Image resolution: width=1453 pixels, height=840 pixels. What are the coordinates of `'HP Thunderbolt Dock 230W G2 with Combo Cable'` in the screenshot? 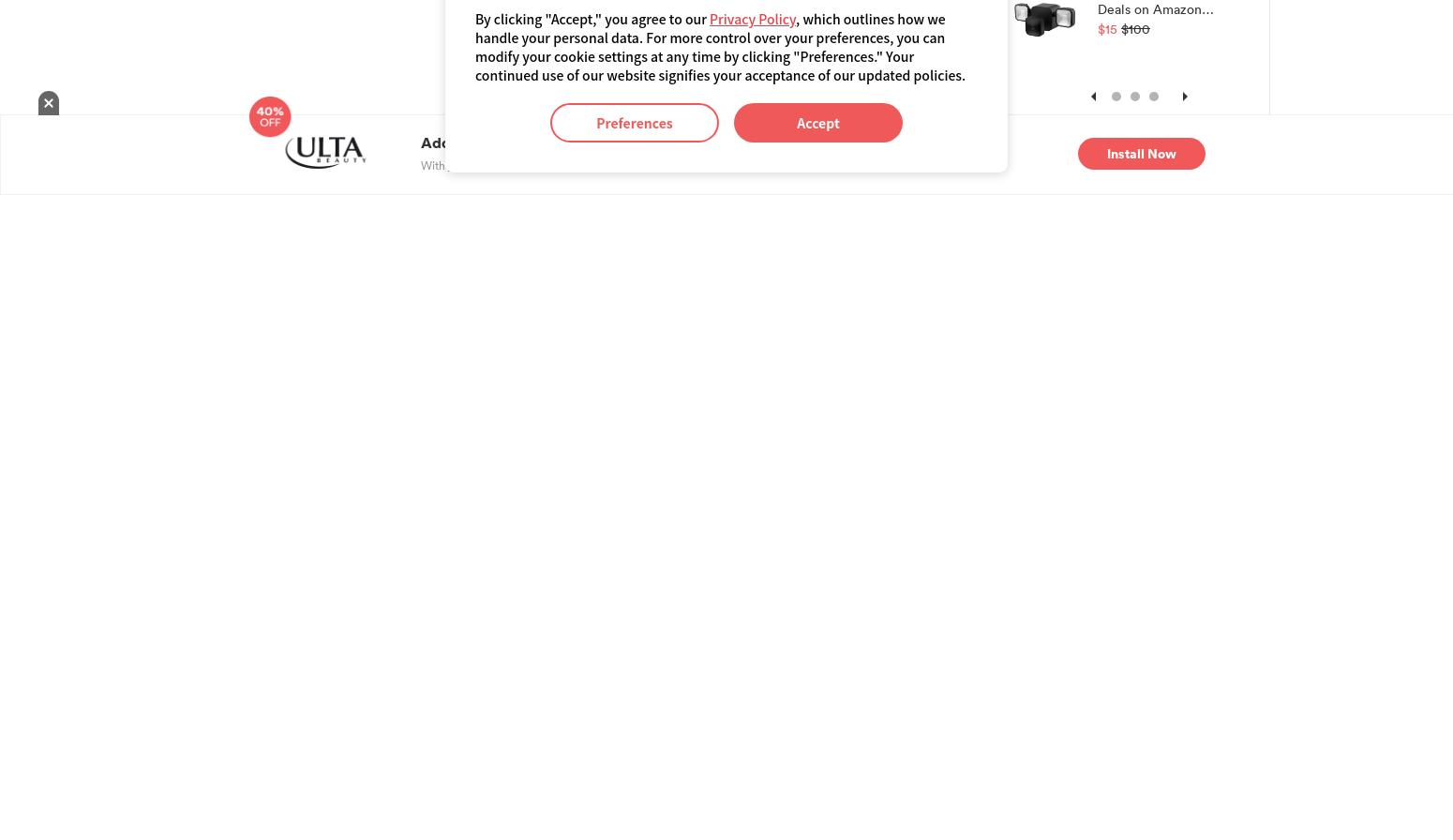 It's located at (279, 56).